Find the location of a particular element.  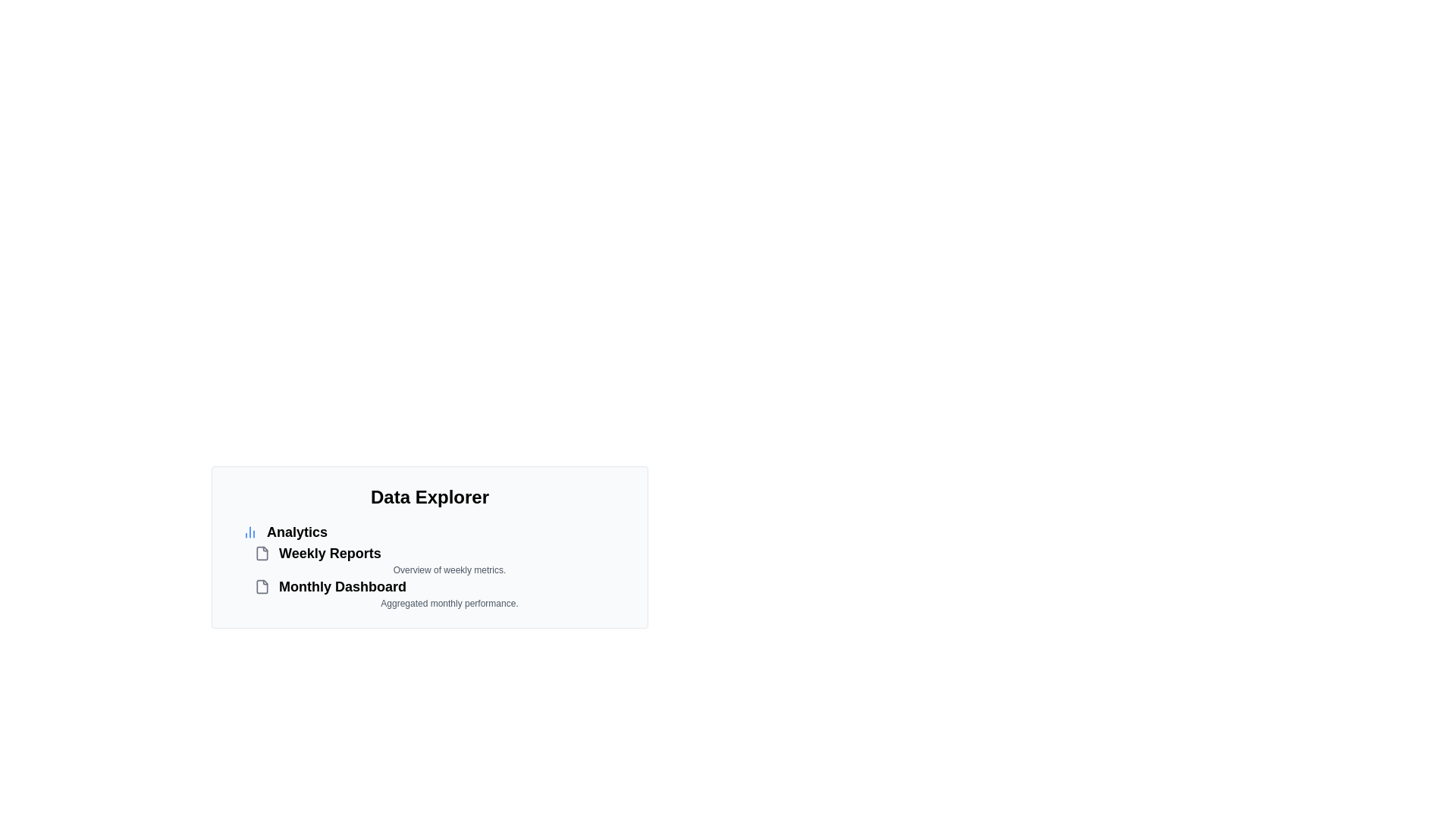

the bar chart icon that is located to the left of the 'Analytics' text in the 'Data Explorer' section is located at coordinates (250, 532).